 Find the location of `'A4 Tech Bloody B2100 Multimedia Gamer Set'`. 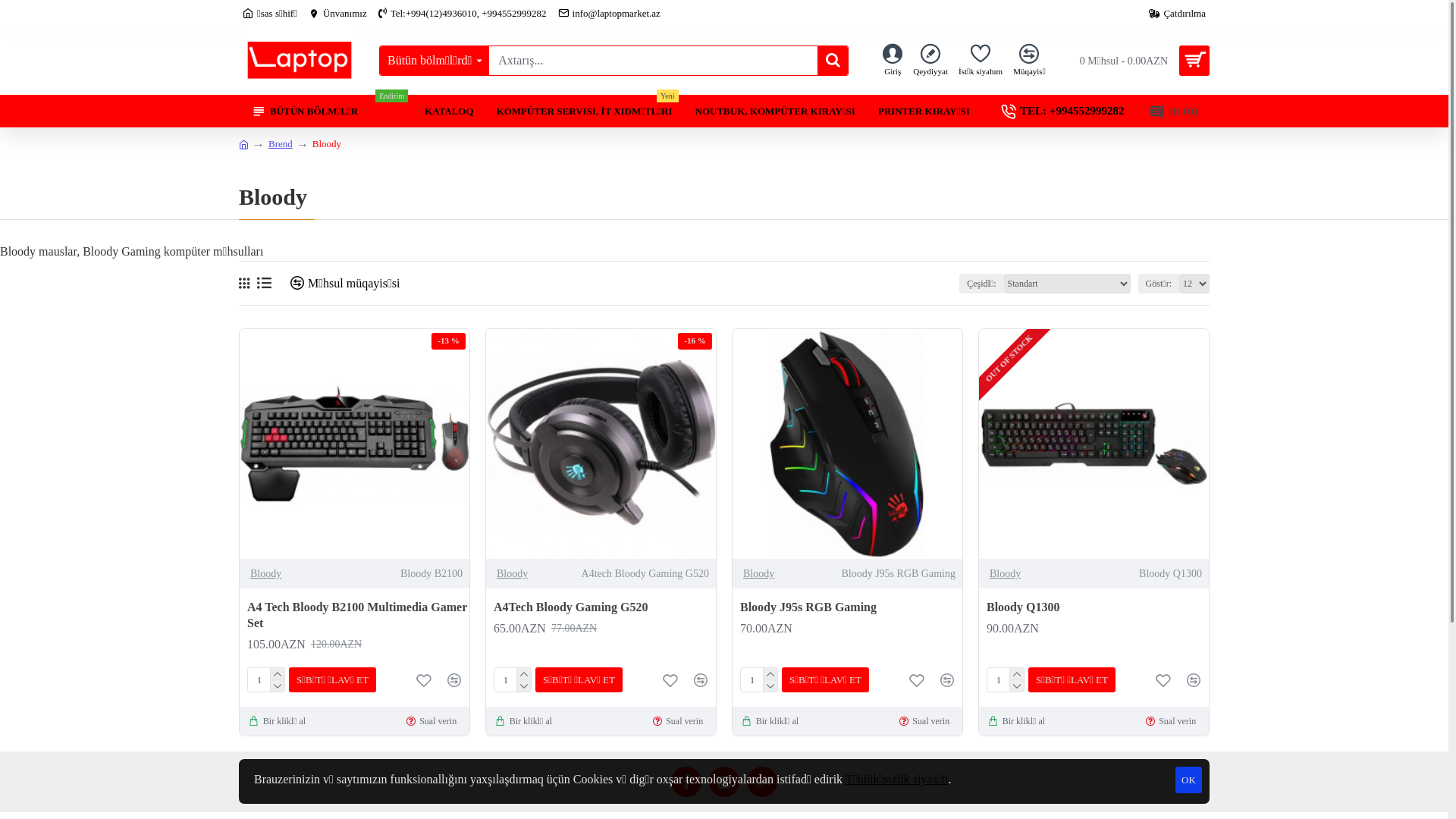

'A4 Tech Bloody B2100 Multimedia Gamer Set' is located at coordinates (357, 616).